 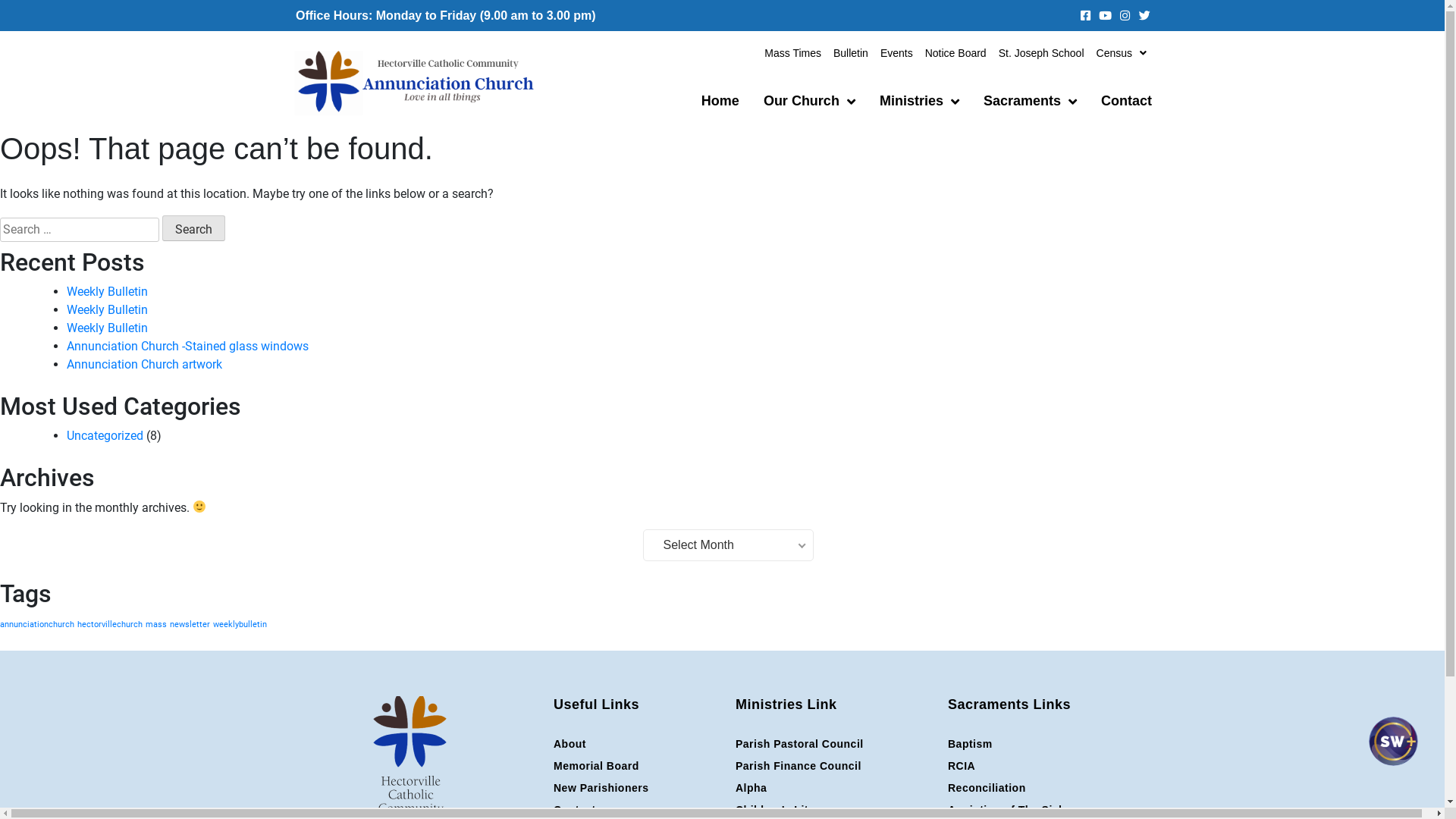 I want to click on 'mass', so click(x=156, y=624).